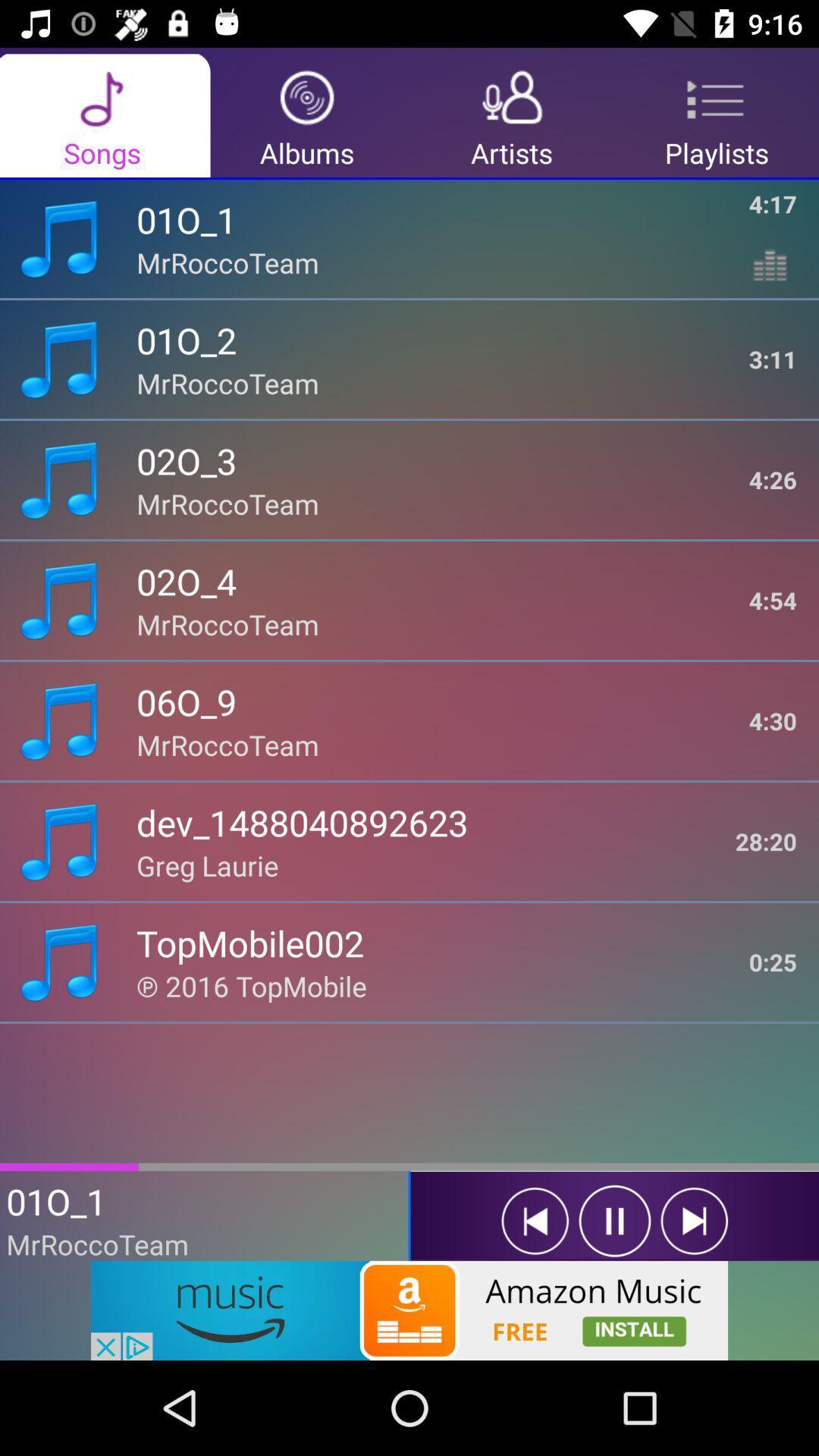 The image size is (819, 1456). I want to click on open advertisement, so click(409, 1310).